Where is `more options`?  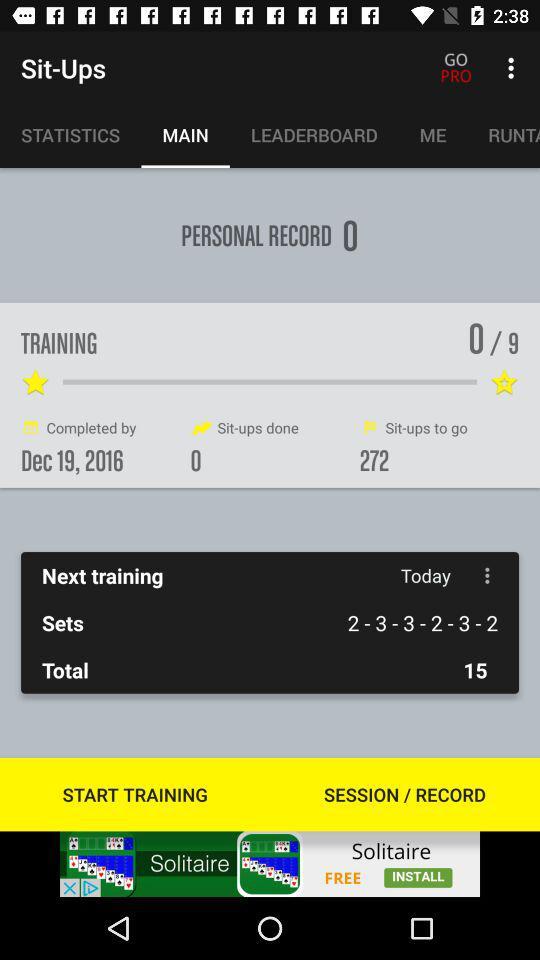
more options is located at coordinates (486, 575).